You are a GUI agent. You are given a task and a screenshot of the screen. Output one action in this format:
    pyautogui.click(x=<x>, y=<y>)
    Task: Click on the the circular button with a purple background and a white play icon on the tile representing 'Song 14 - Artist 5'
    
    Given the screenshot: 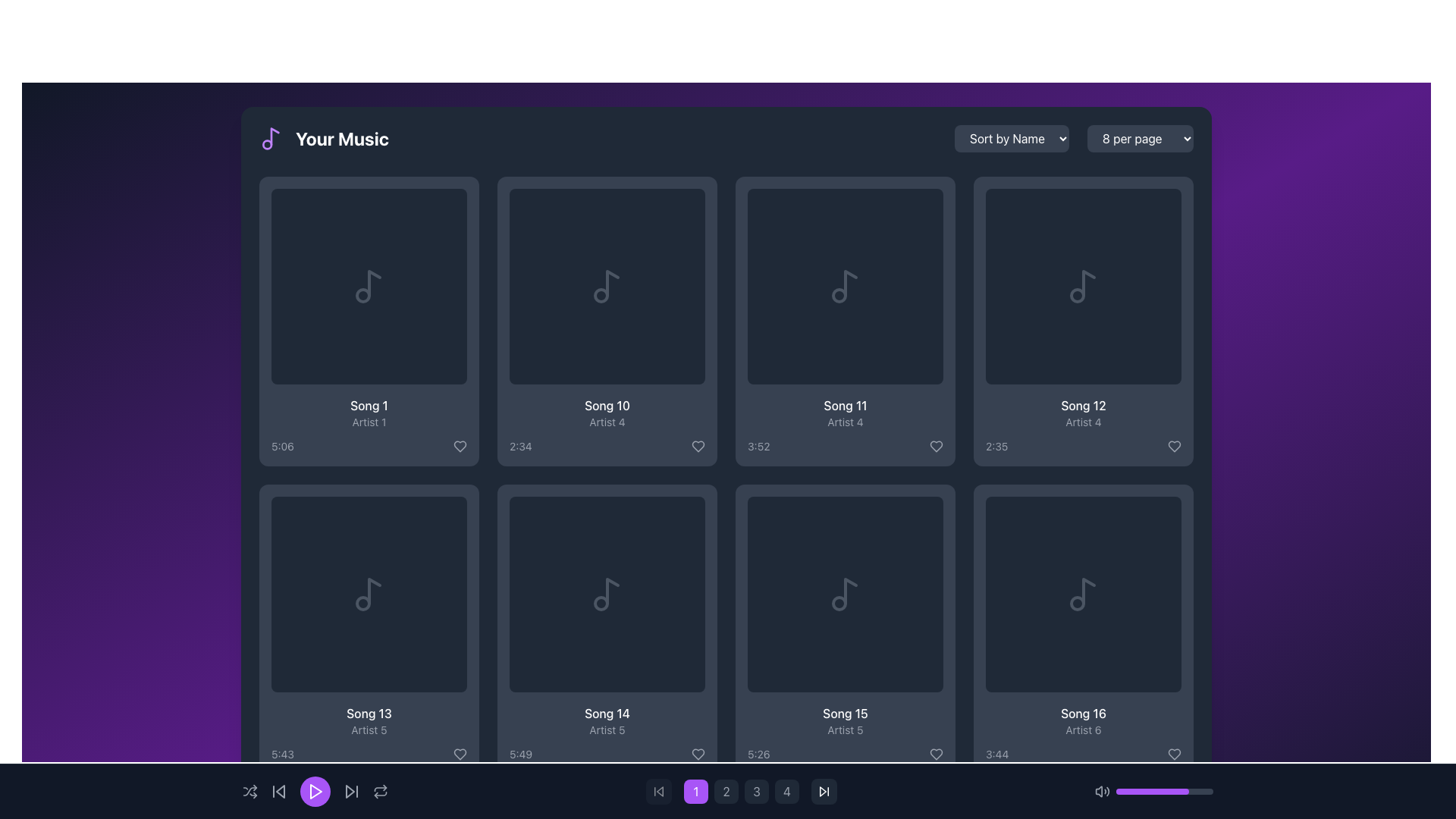 What is the action you would take?
    pyautogui.click(x=607, y=593)
    